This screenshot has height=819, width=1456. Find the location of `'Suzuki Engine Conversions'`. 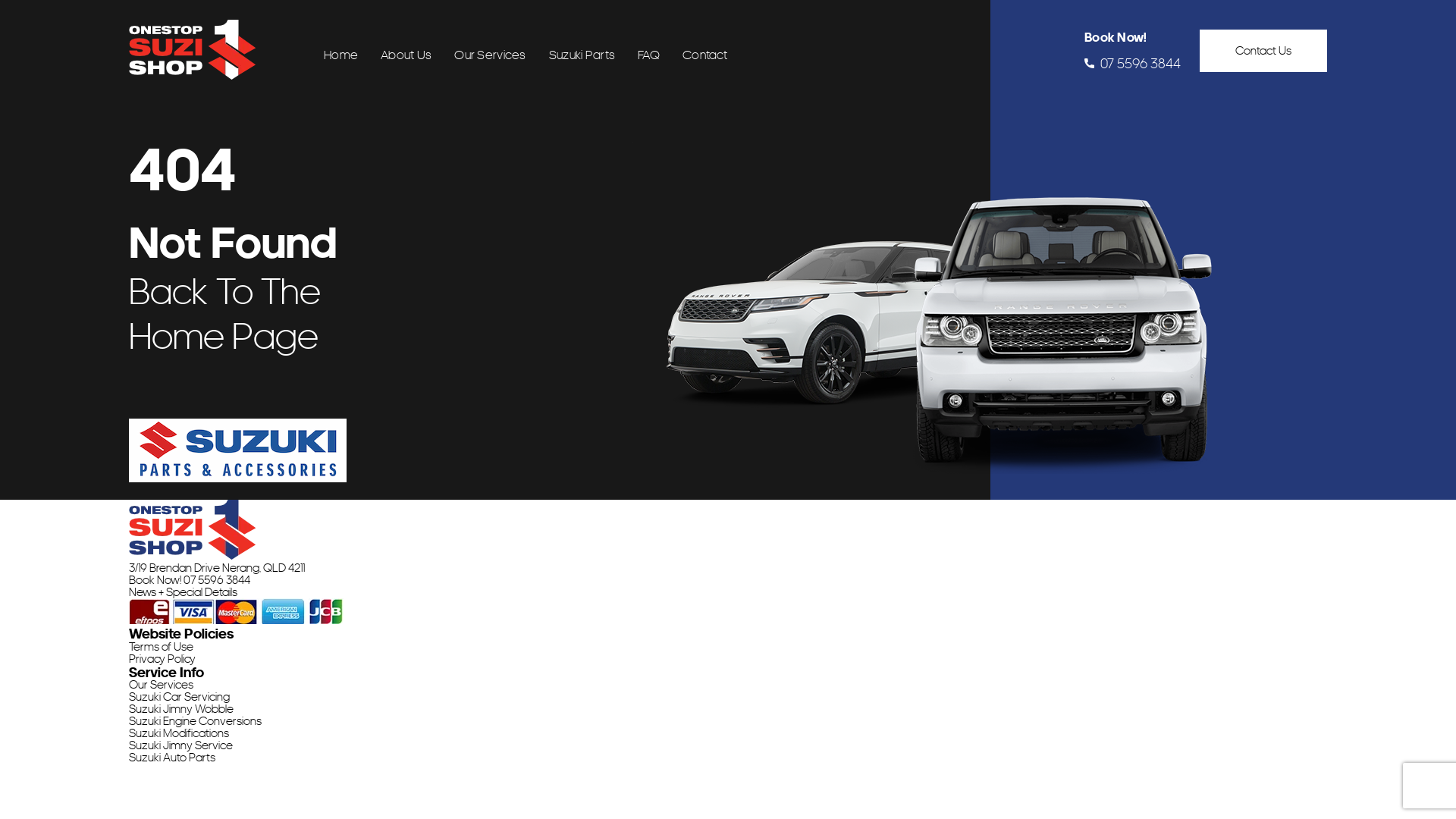

'Suzuki Engine Conversions' is located at coordinates (194, 720).